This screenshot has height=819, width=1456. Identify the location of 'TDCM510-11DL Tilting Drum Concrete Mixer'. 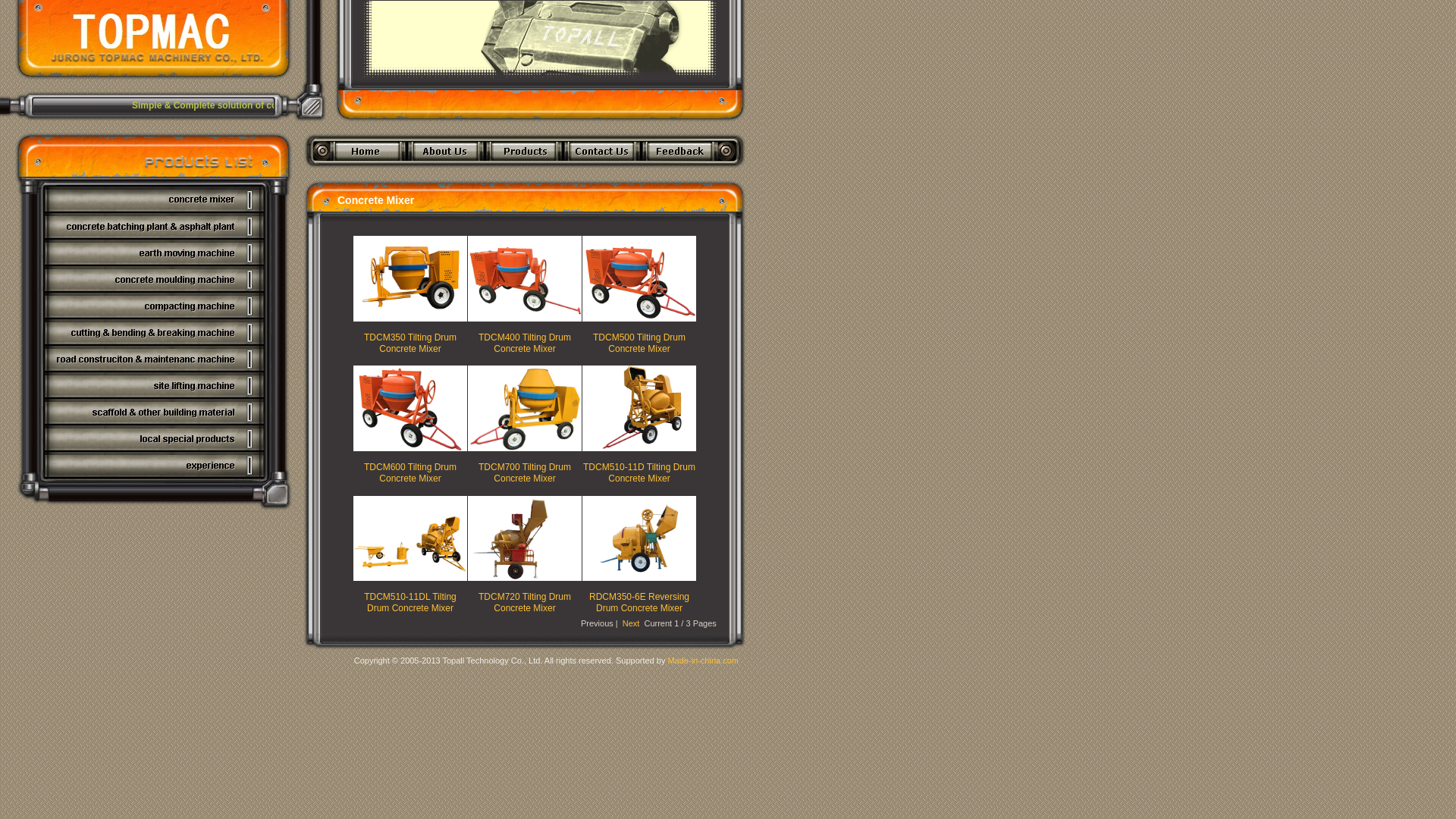
(410, 601).